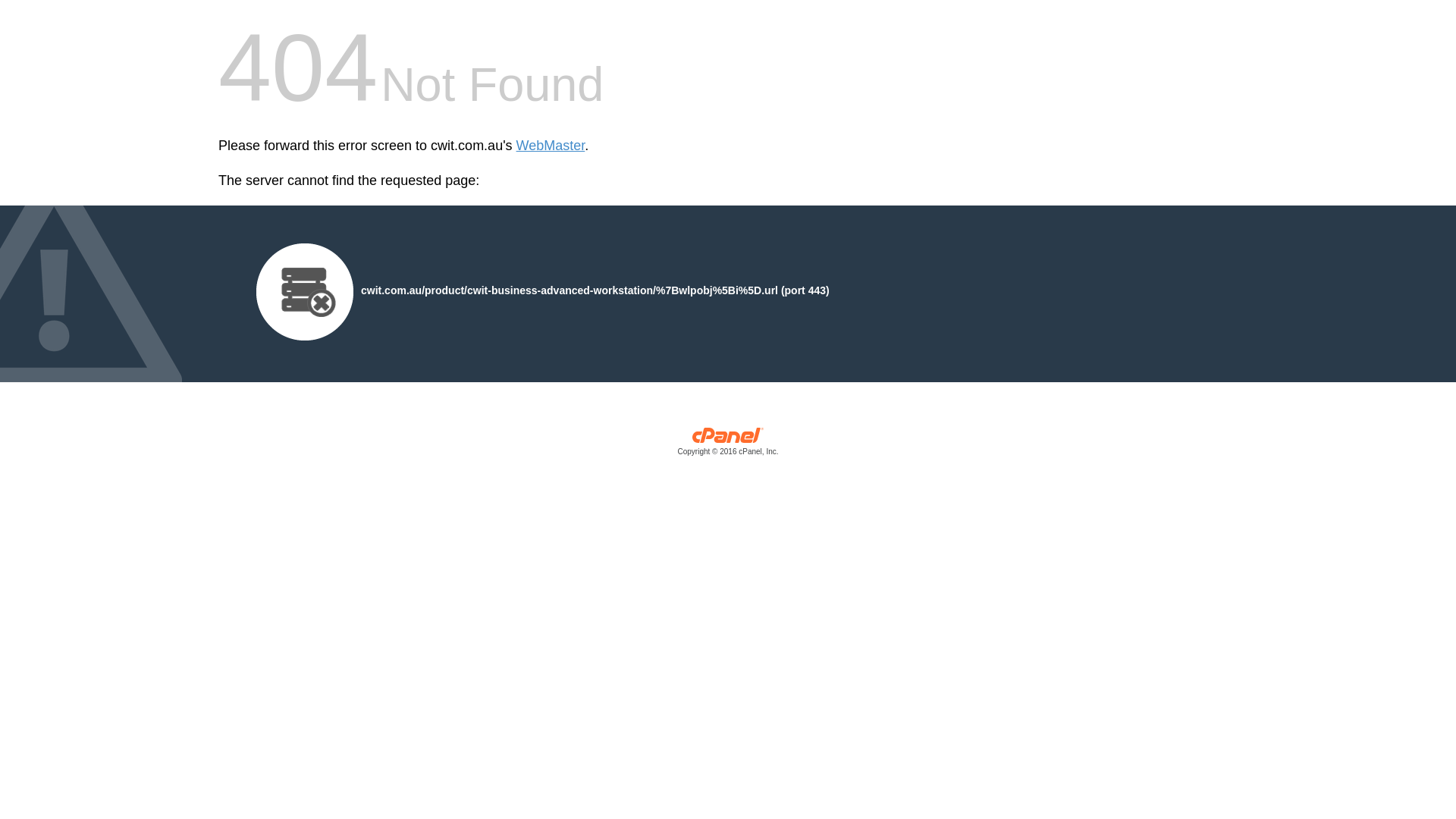  Describe the element at coordinates (516, 146) in the screenshot. I see `'WebMaster'` at that location.